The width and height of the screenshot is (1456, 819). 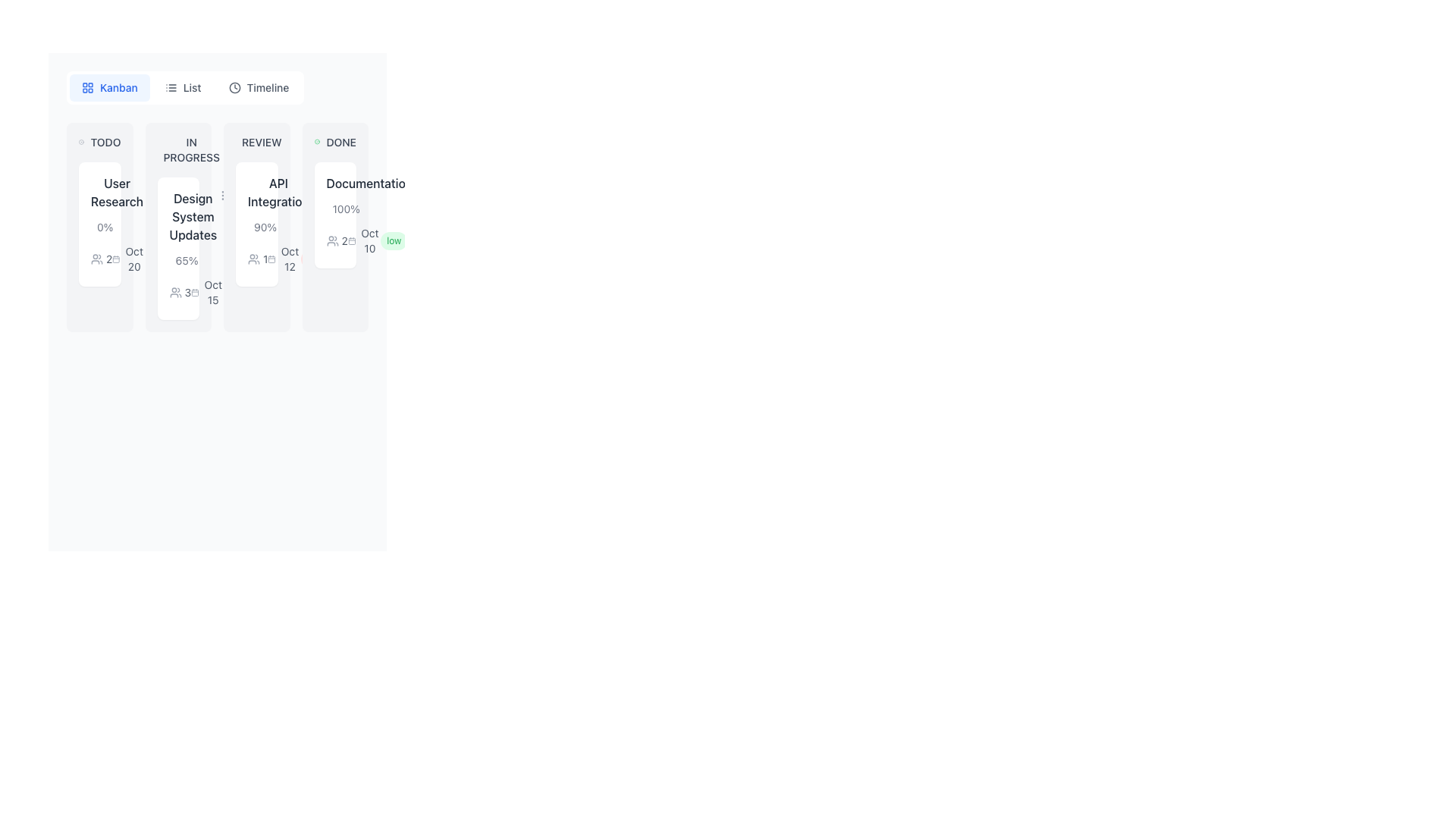 What do you see at coordinates (187, 292) in the screenshot?
I see `the displayed information of the text label indicating the number of users or participants associated with the 'Design System Updates' card under the 'IN PROGRESS' column` at bounding box center [187, 292].